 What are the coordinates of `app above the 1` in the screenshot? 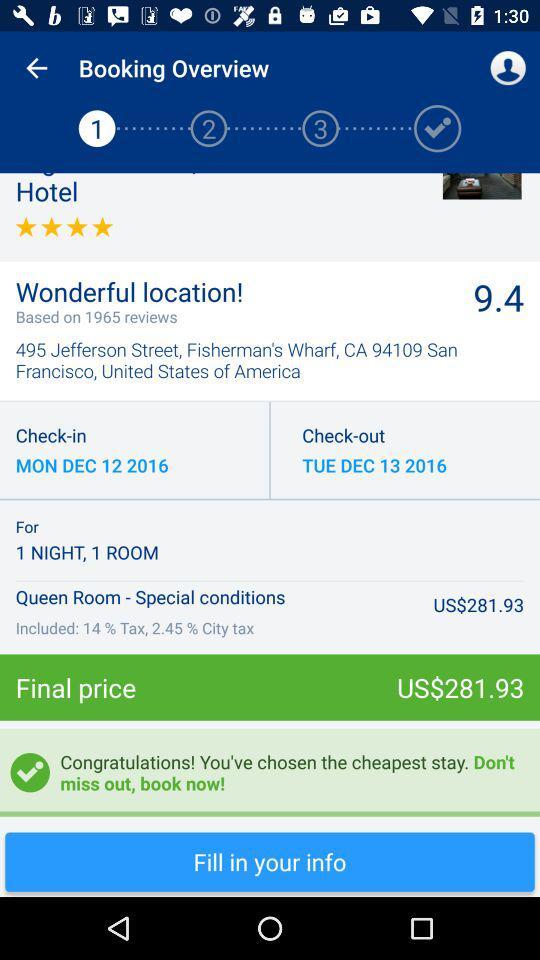 It's located at (36, 68).